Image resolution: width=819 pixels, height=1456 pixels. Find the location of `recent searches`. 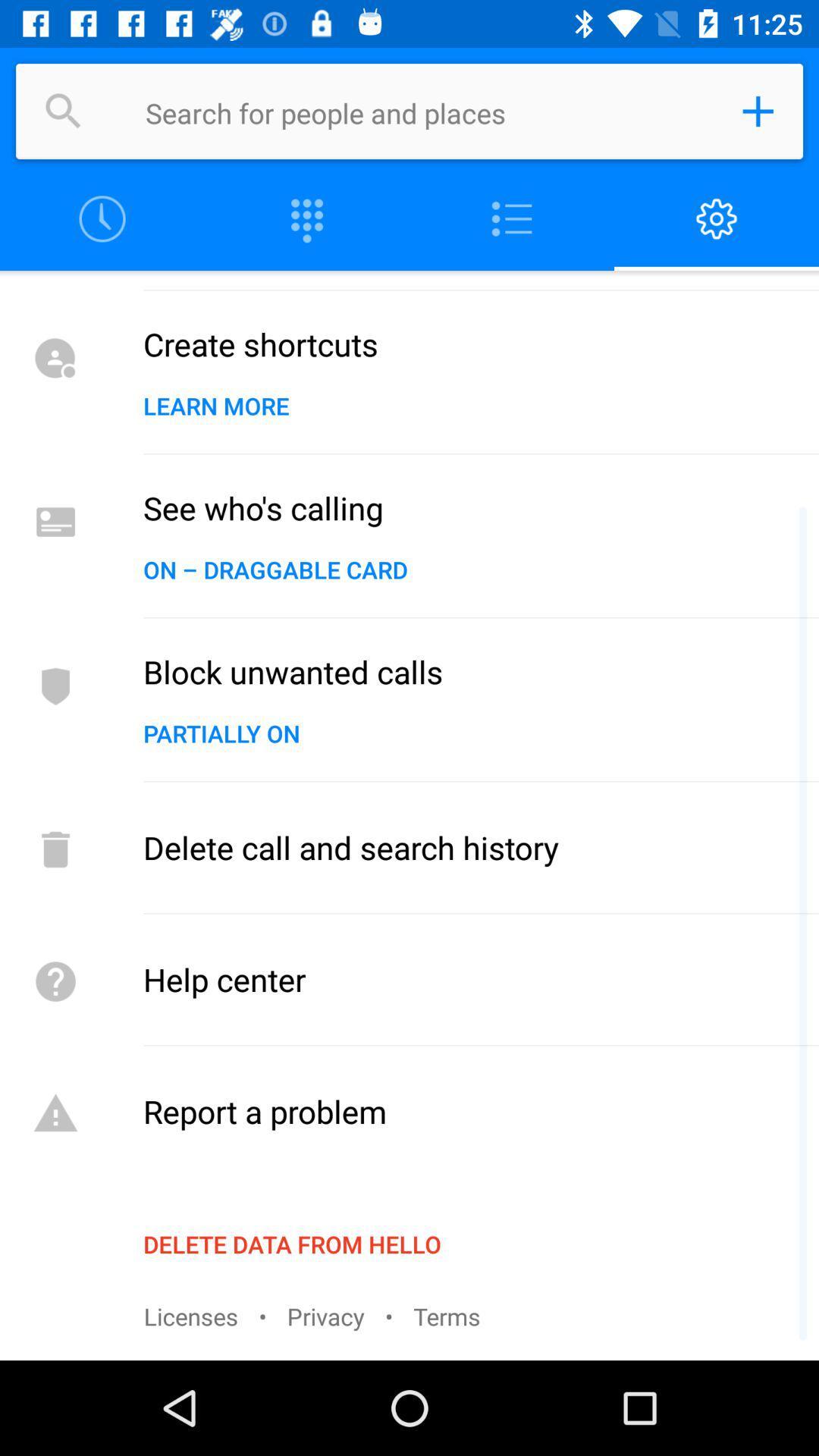

recent searches is located at coordinates (102, 218).